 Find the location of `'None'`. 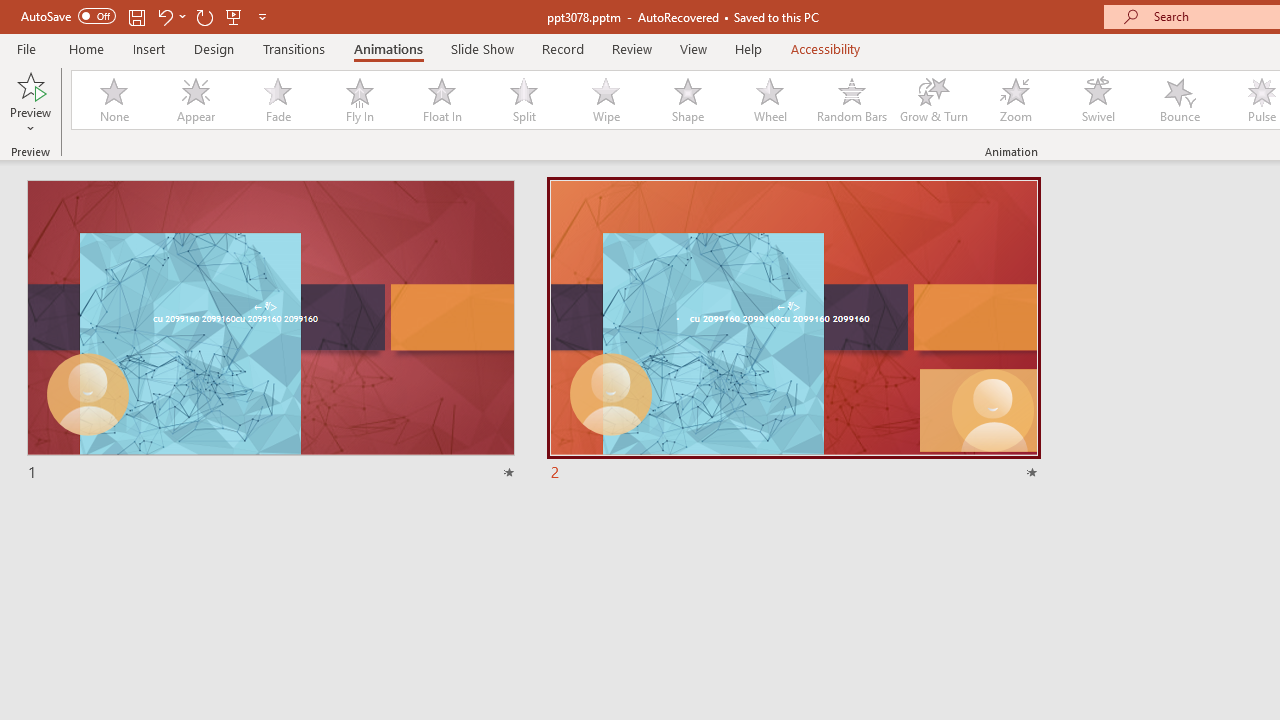

'None' is located at coordinates (112, 100).